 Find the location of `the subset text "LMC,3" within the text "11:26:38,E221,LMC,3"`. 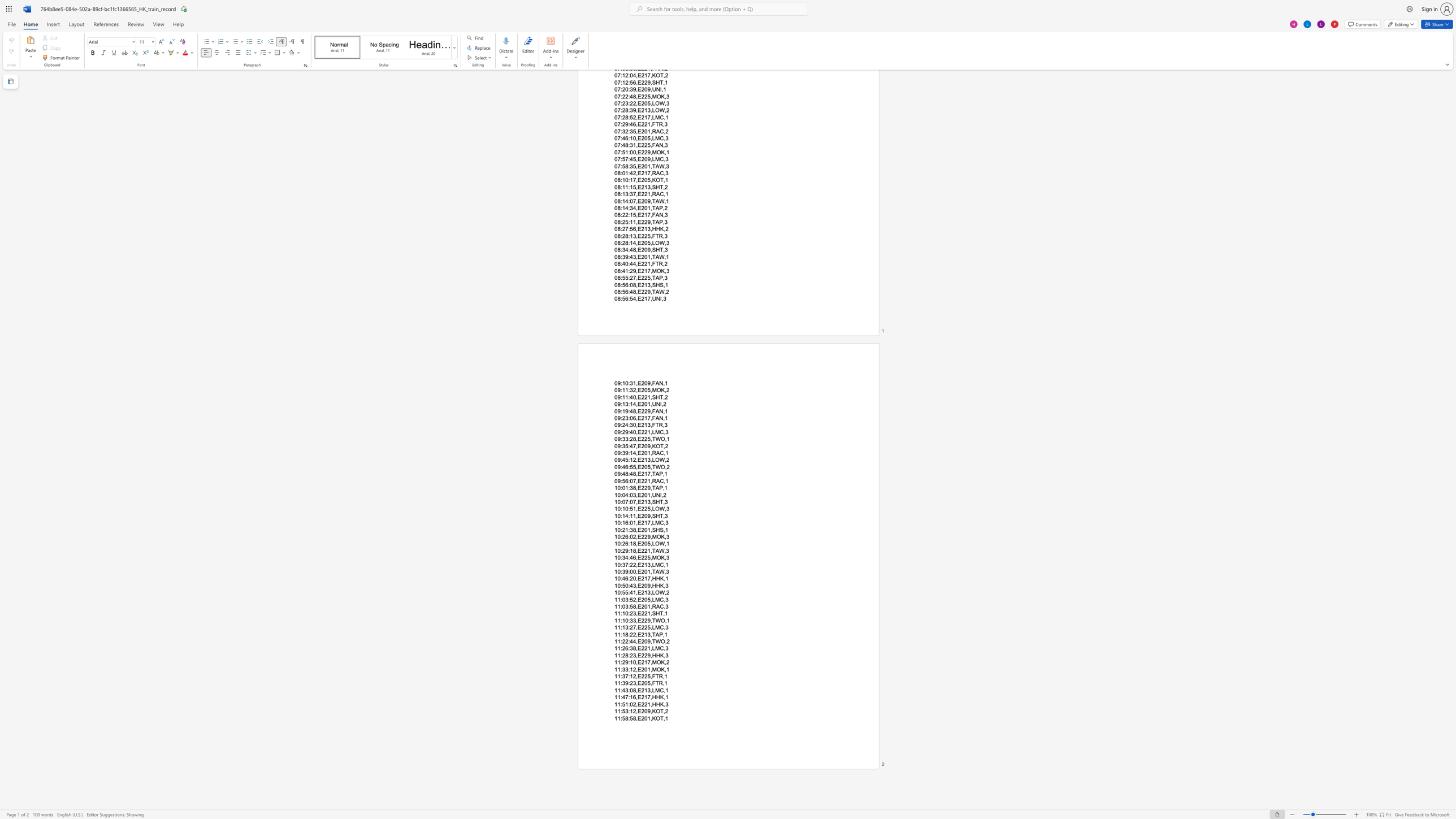

the subset text "LMC,3" within the text "11:26:38,E221,LMC,3" is located at coordinates (651, 648).